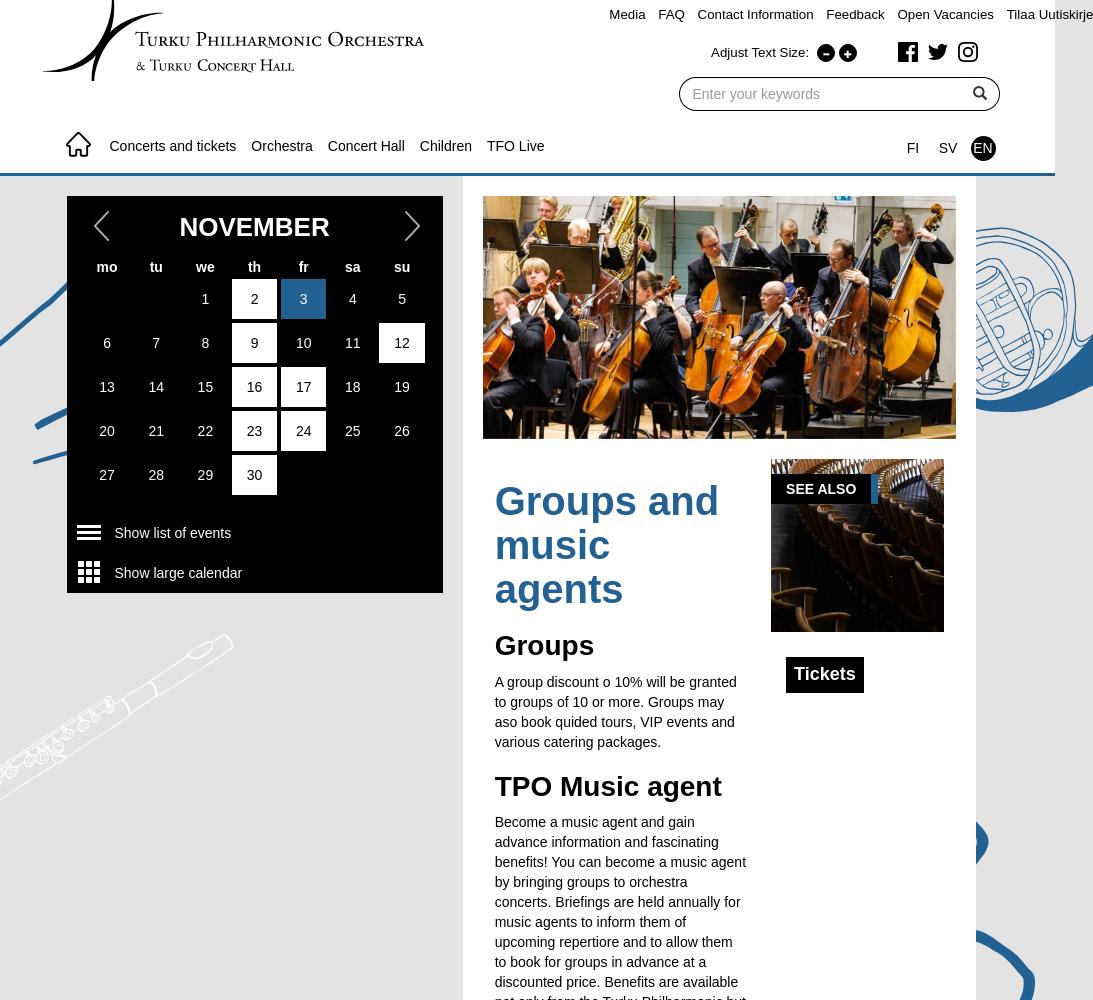  I want to click on '13', so click(98, 386).